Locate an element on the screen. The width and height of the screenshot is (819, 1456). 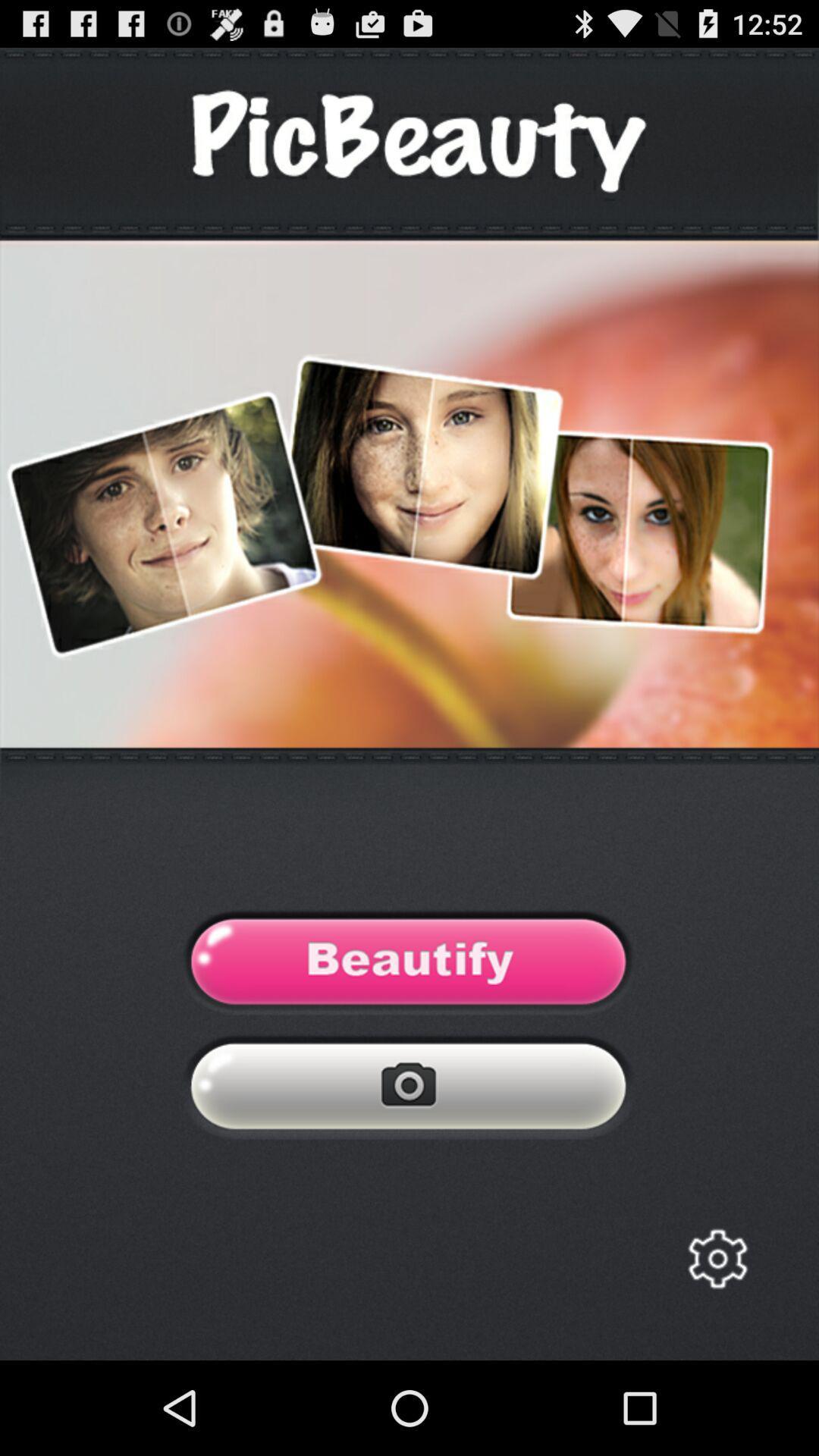
settings is located at coordinates (717, 1259).